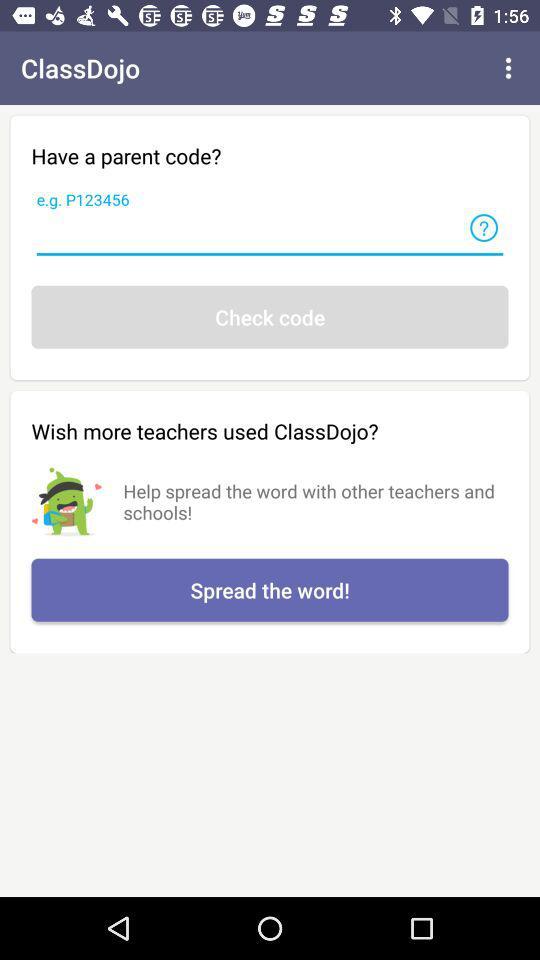  I want to click on icon page, so click(483, 228).